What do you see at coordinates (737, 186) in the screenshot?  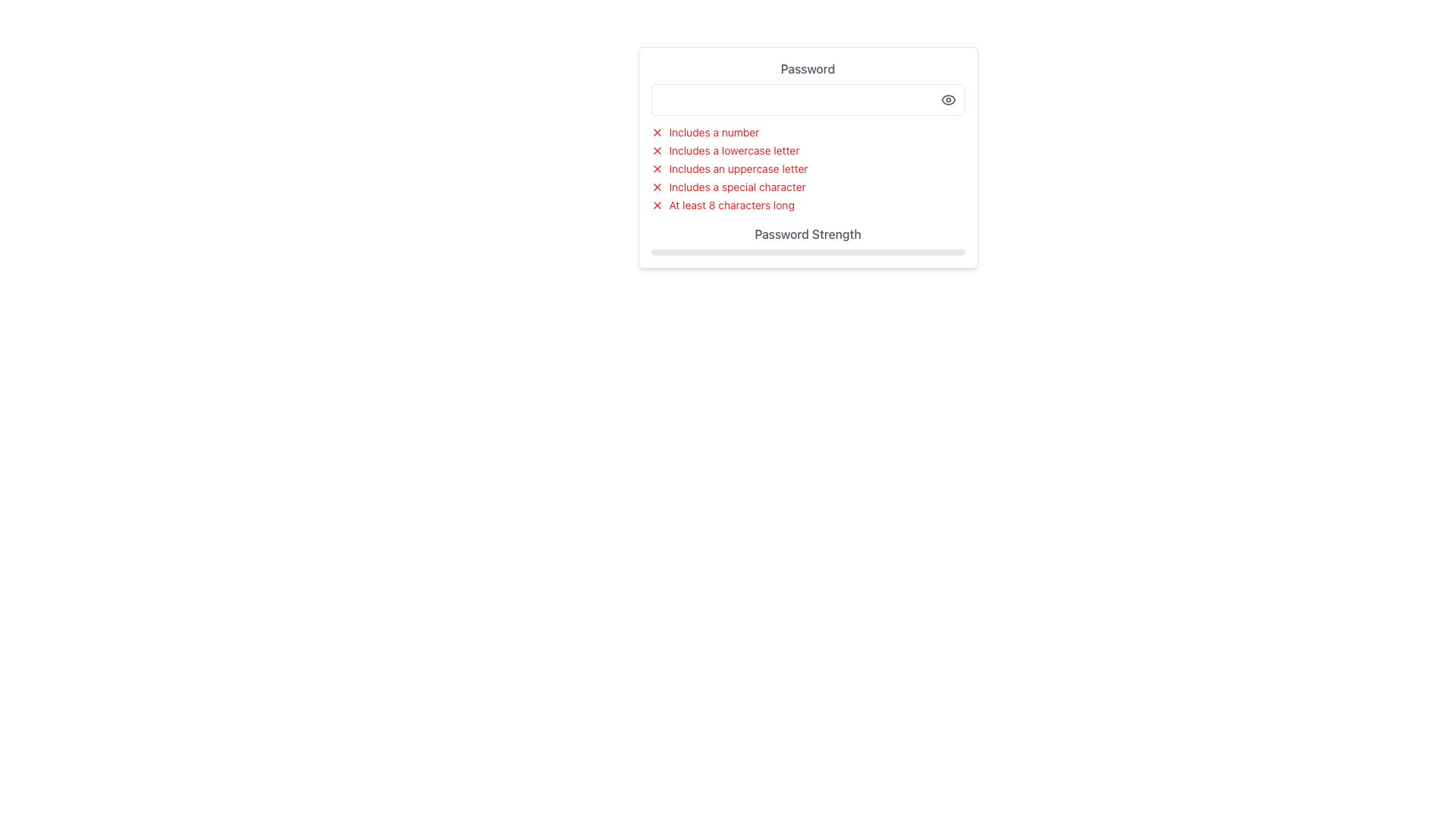 I see `the red-colored text stating 'Includes a special character', which is the fourth item in a list of password guideline instructions` at bounding box center [737, 186].